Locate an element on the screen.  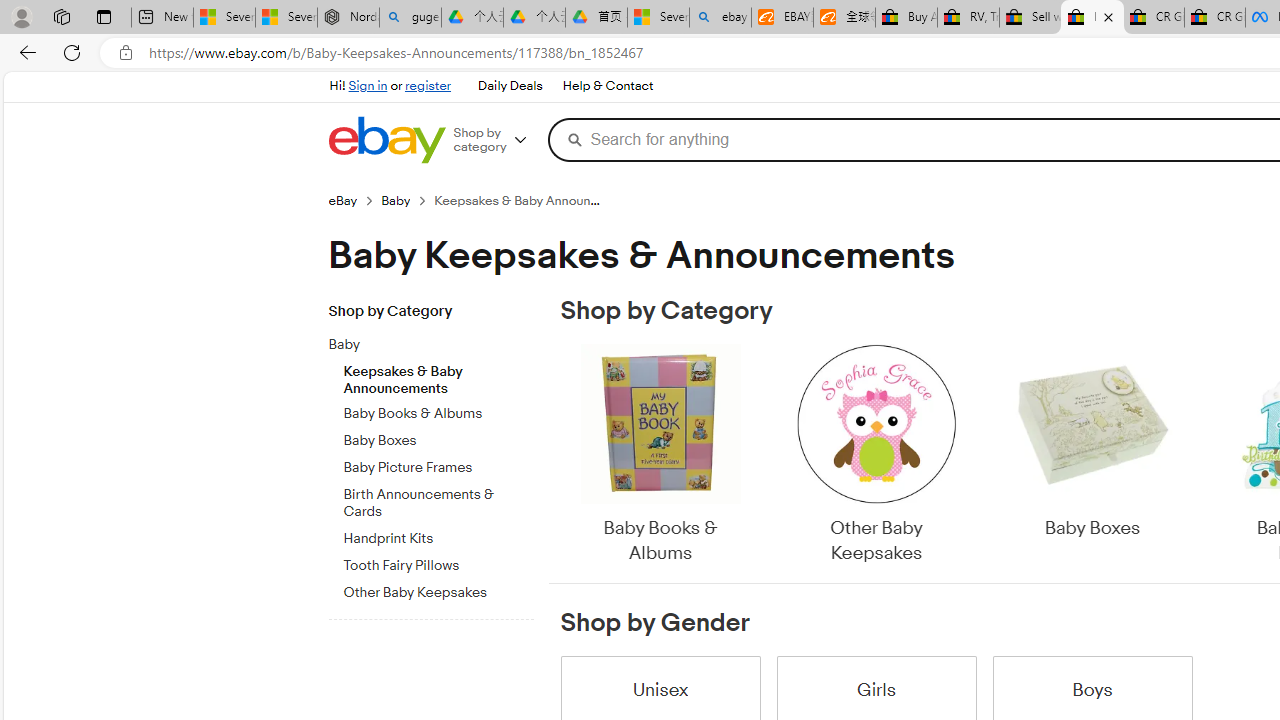
'Daily Deals' is located at coordinates (510, 86).